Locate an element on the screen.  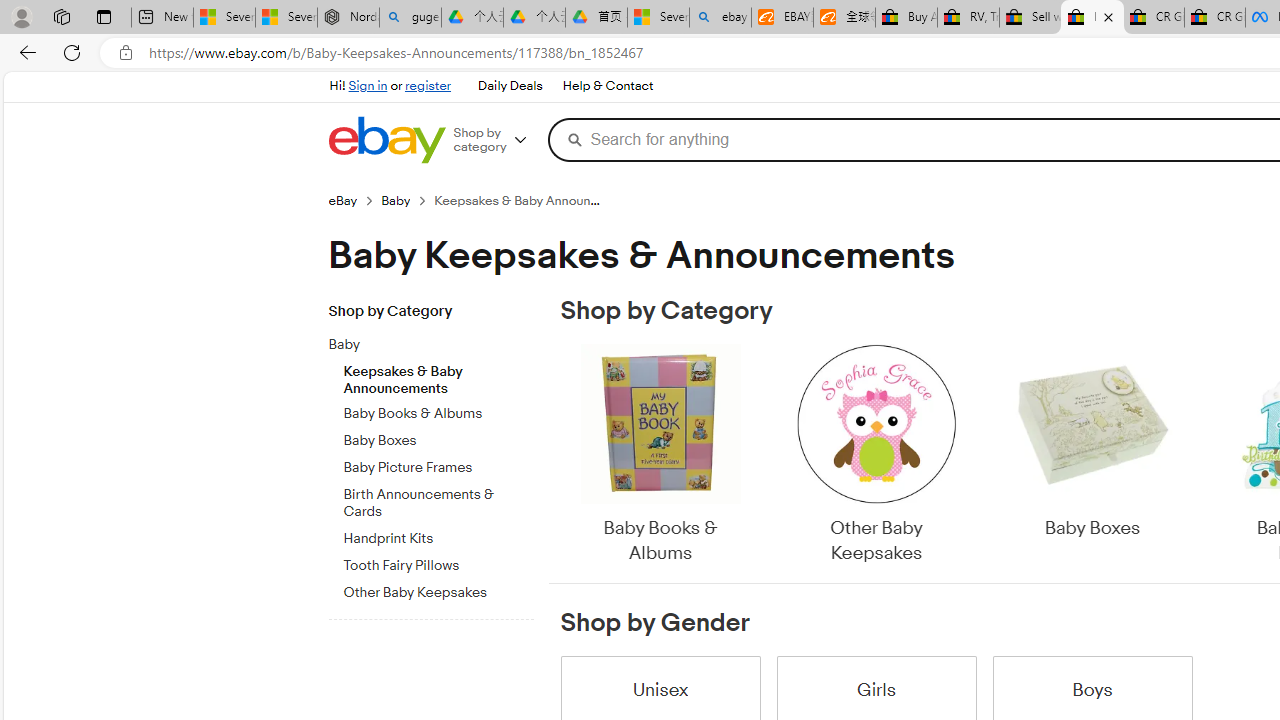
'Daily Deals' is located at coordinates (510, 86).